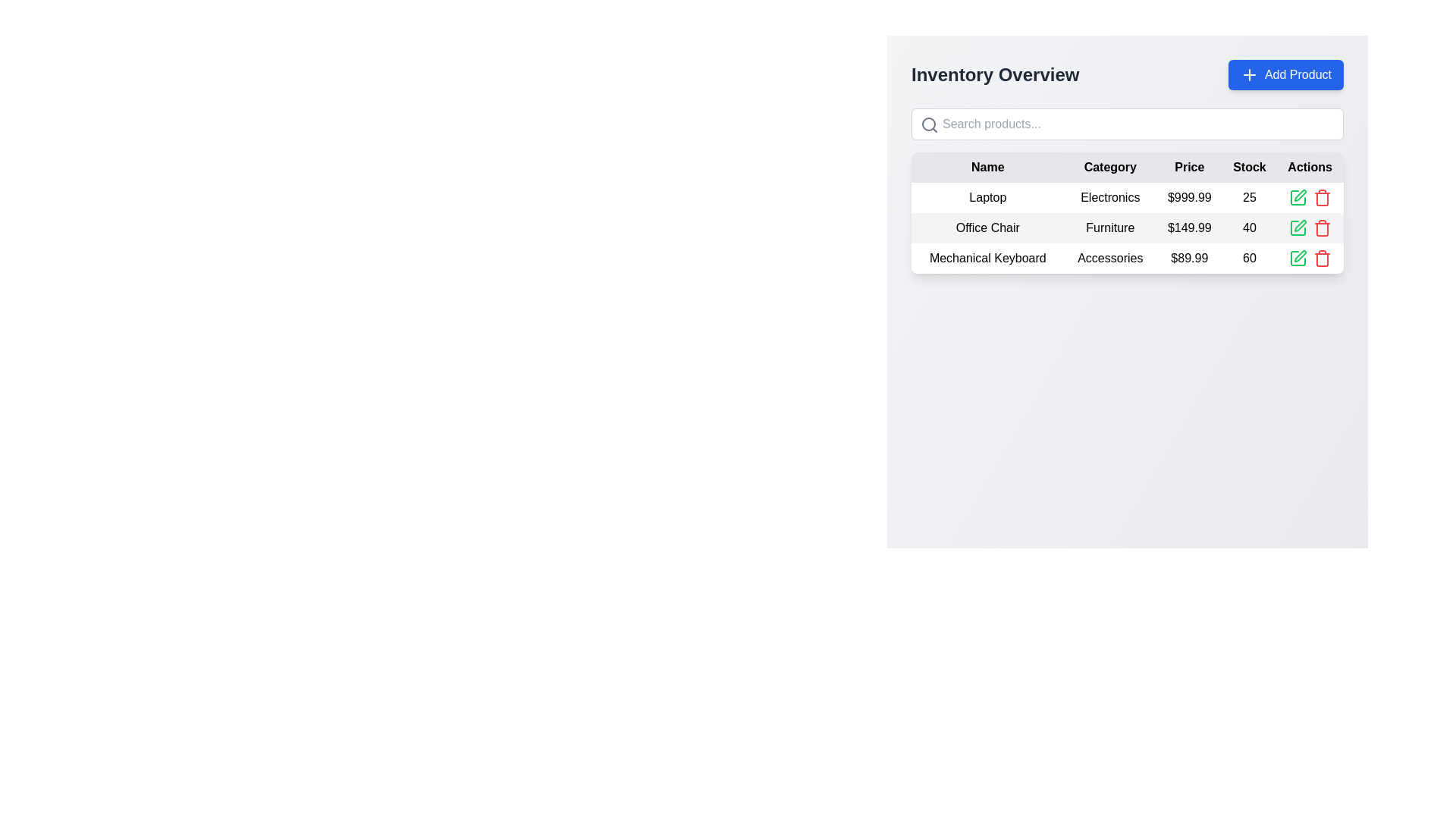  What do you see at coordinates (1309, 197) in the screenshot?
I see `the green pencil icon in the action panel of the entry 'Laptop, Electronics, $999.99, 25'` at bounding box center [1309, 197].